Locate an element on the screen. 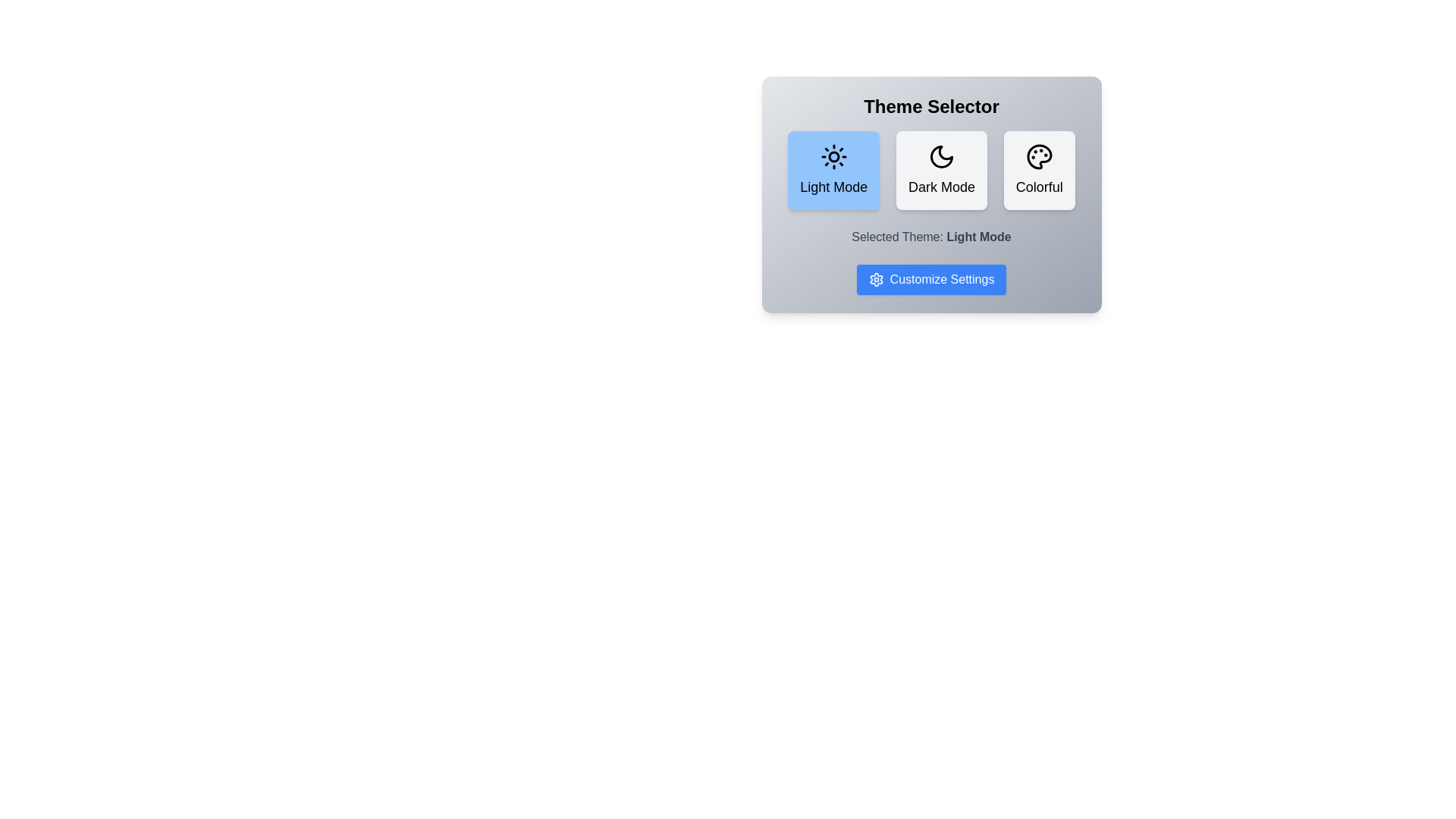 The width and height of the screenshot is (1456, 819). the theme button to select Dark Mode is located at coordinates (941, 170).